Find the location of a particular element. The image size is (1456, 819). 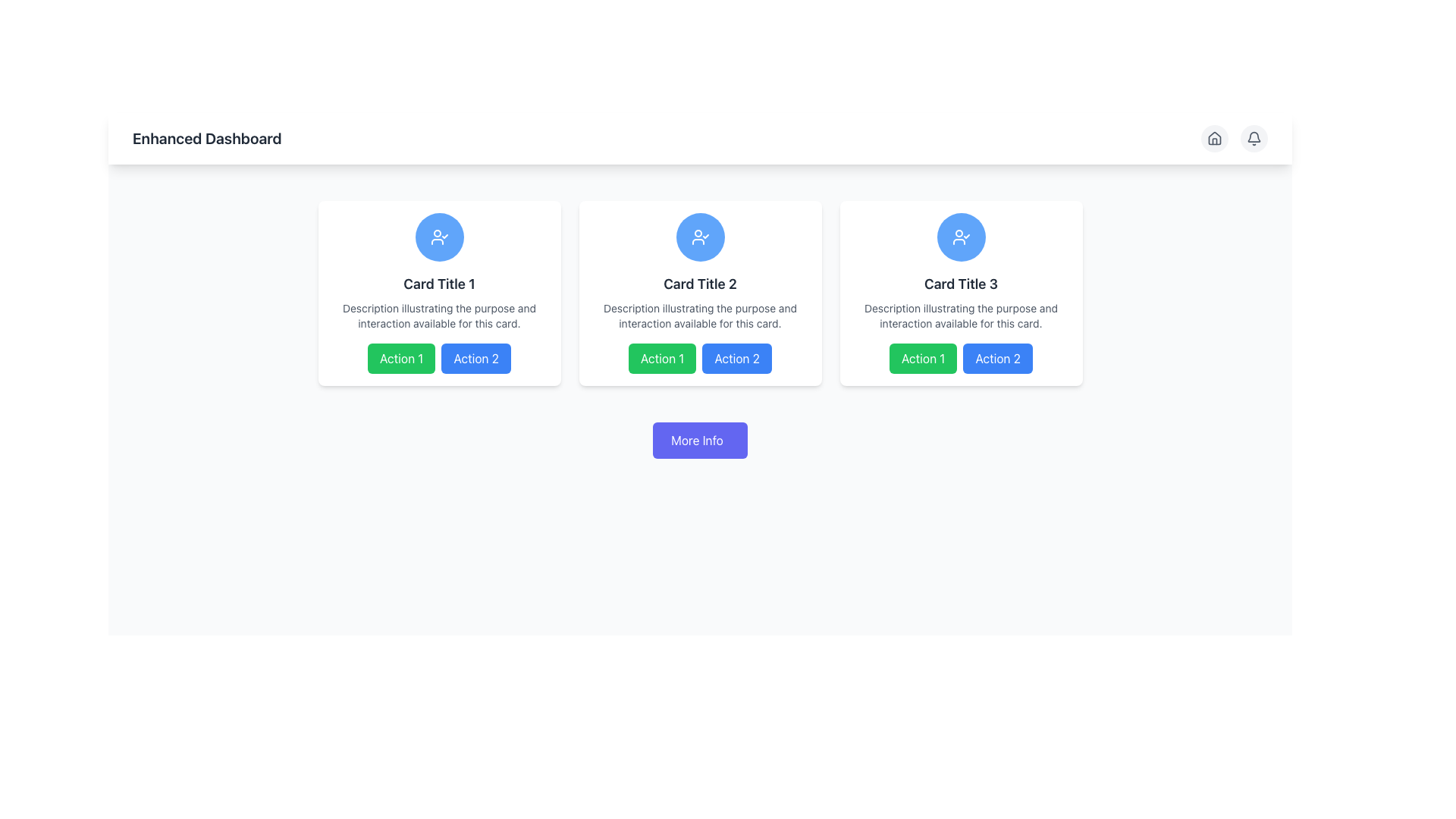

the 'Action 1' button, a rectangular button with a green background and white text is located at coordinates (401, 359).